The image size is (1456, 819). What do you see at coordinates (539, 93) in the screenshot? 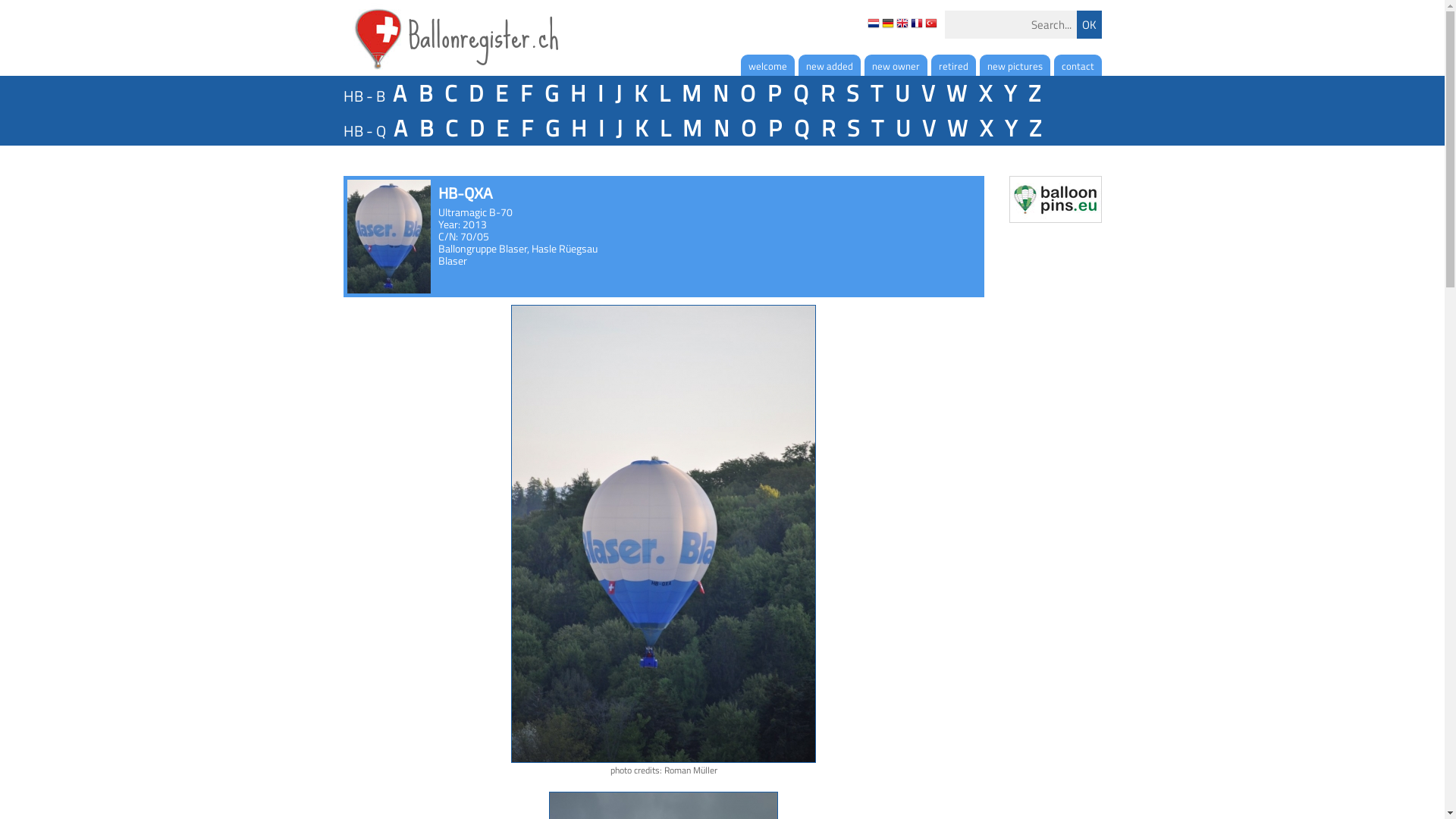
I see `'G'` at bounding box center [539, 93].